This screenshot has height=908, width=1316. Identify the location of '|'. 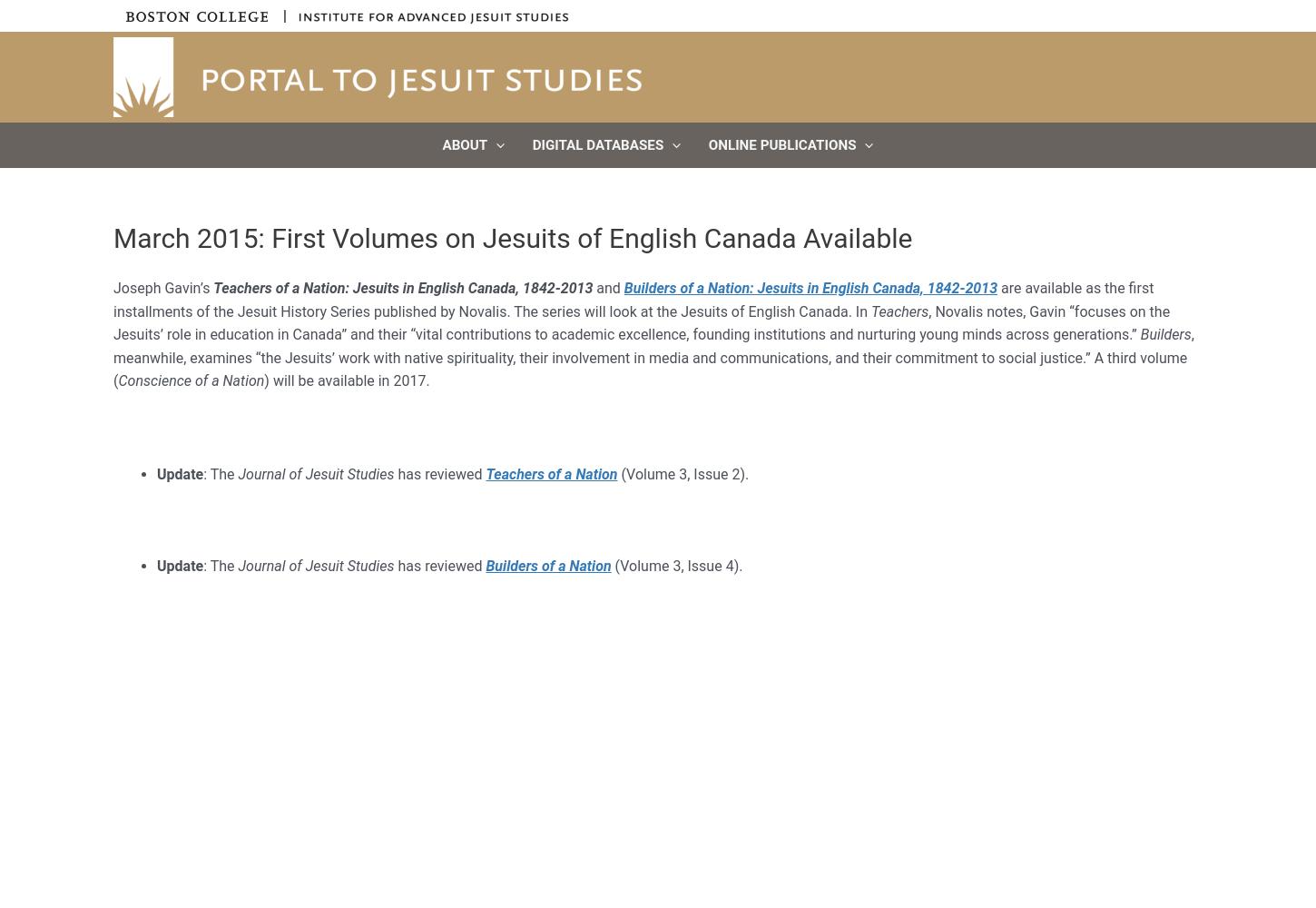
(284, 15).